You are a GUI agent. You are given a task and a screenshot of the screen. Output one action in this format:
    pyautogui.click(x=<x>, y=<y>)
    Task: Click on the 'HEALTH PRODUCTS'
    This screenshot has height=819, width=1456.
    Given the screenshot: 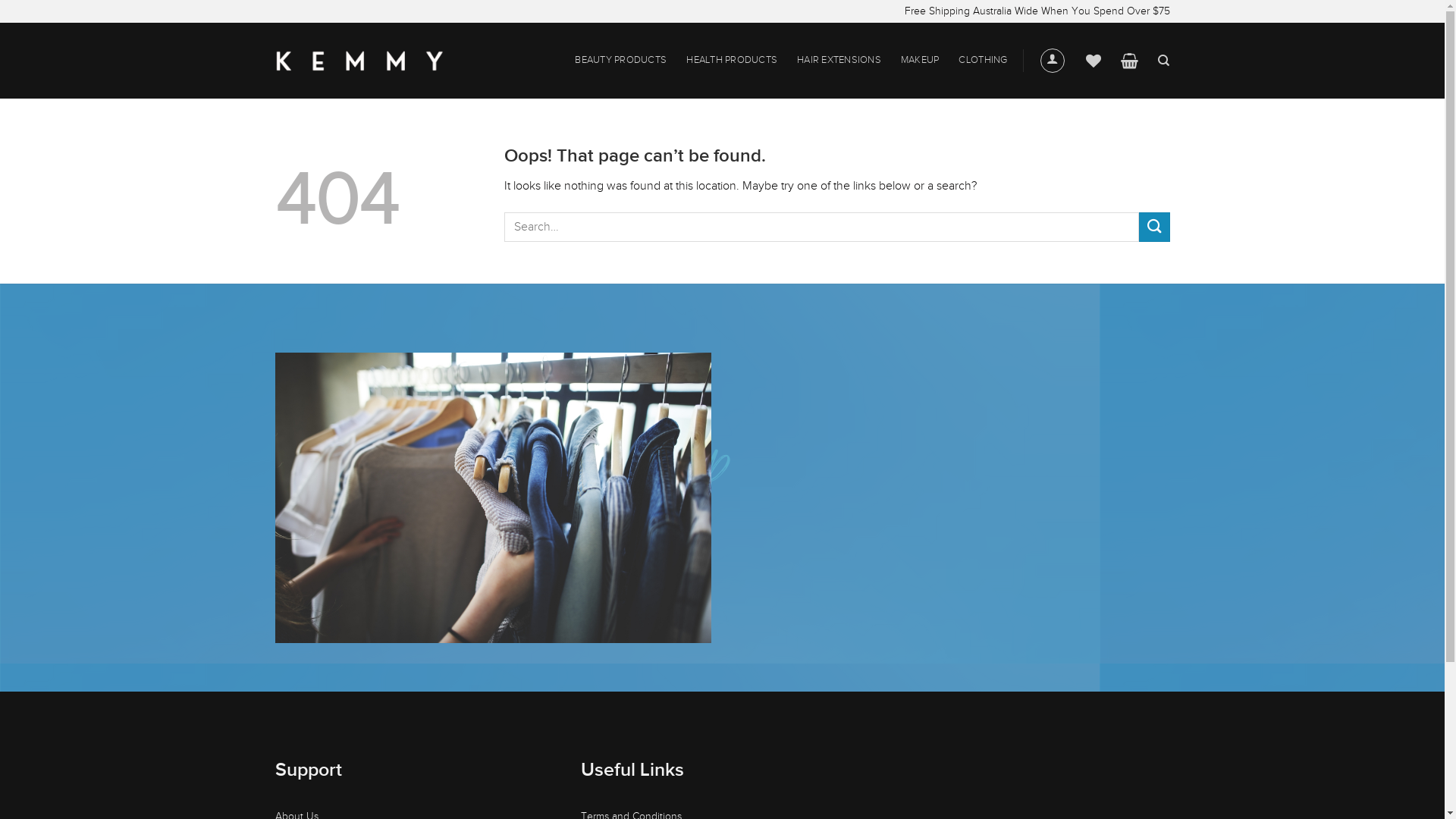 What is the action you would take?
    pyautogui.click(x=731, y=60)
    